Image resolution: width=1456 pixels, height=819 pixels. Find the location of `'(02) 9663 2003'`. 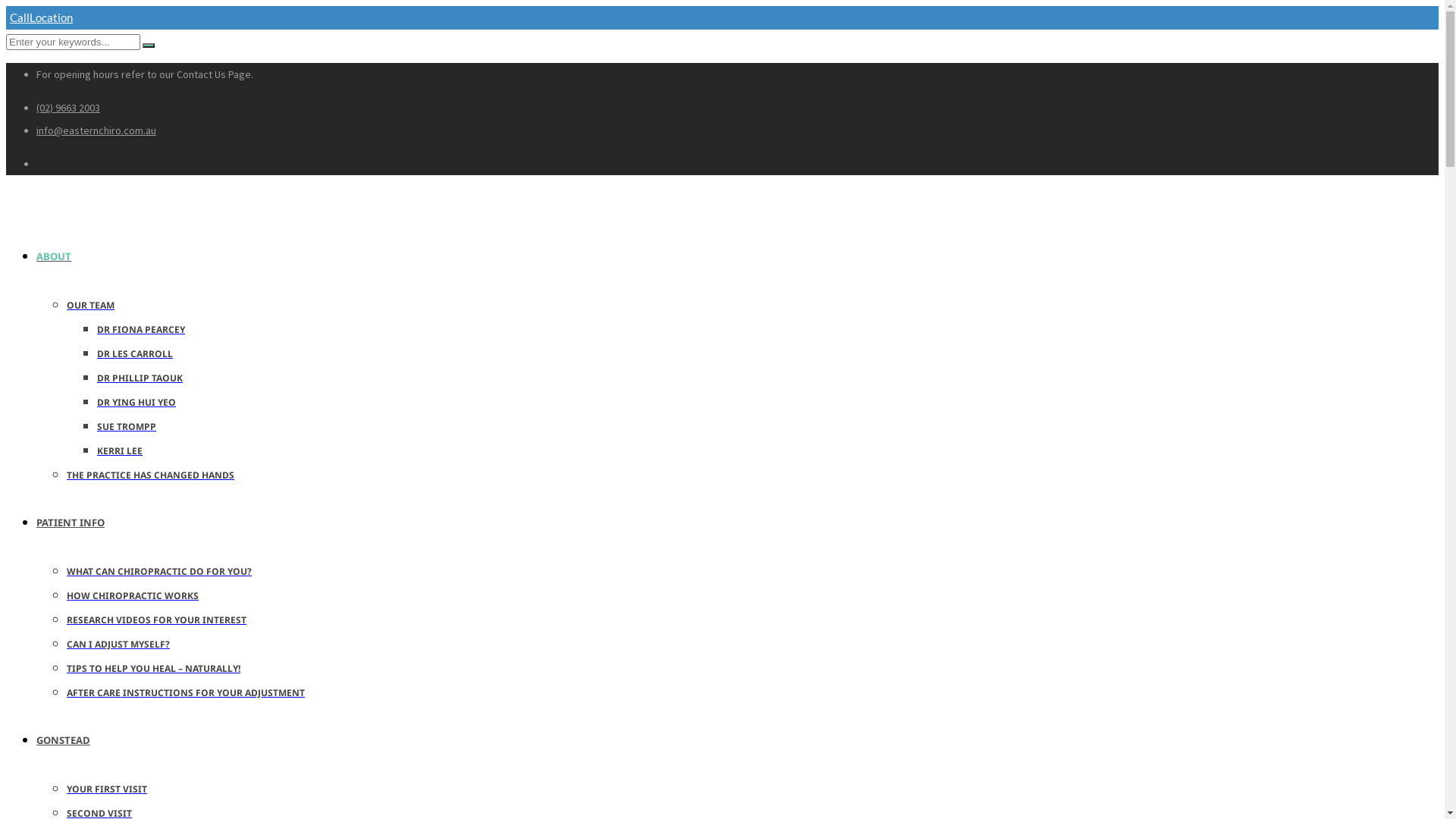

'(02) 9663 2003' is located at coordinates (36, 107).